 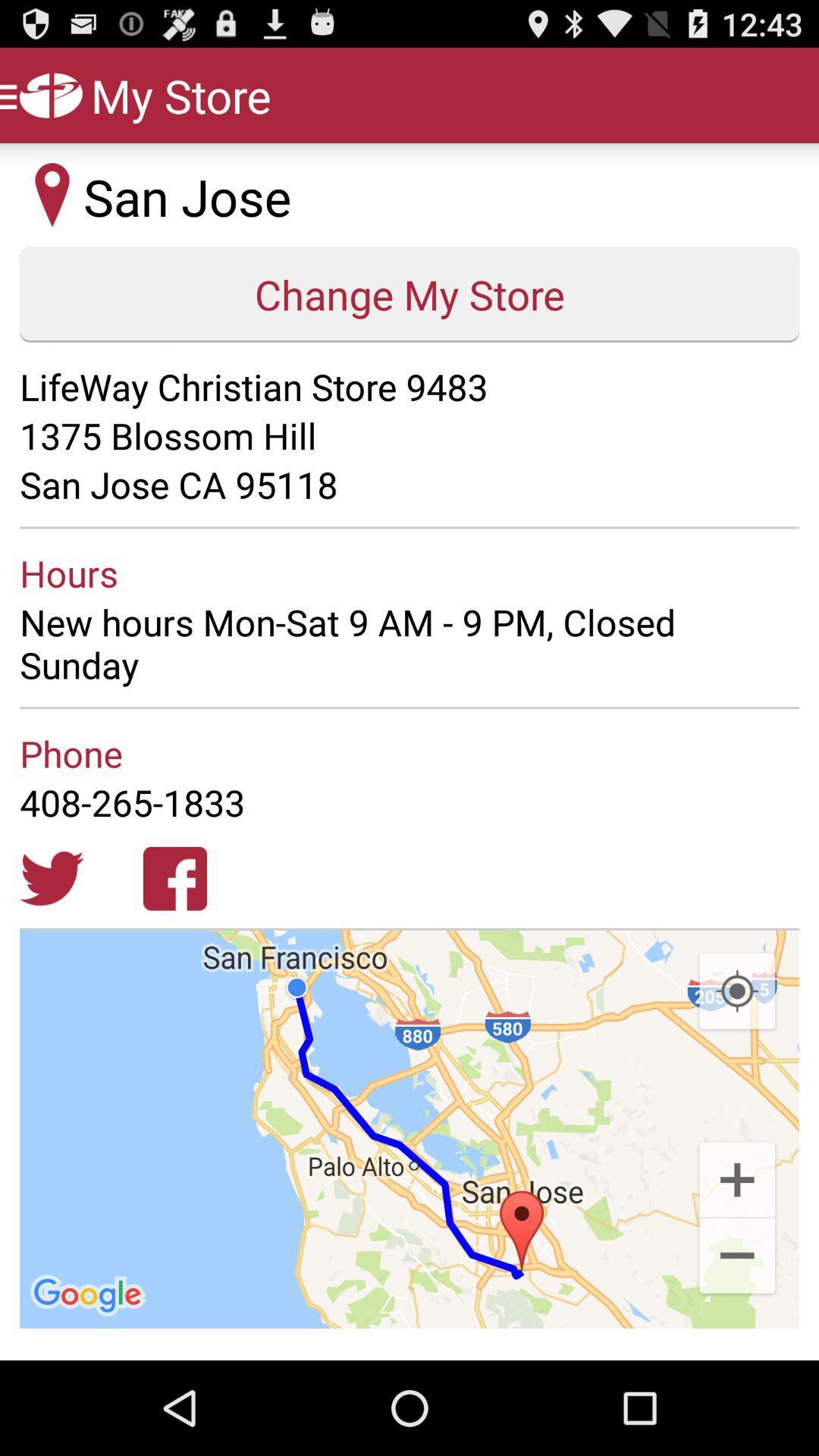 I want to click on app below 408-265-1833 item, so click(x=51, y=878).